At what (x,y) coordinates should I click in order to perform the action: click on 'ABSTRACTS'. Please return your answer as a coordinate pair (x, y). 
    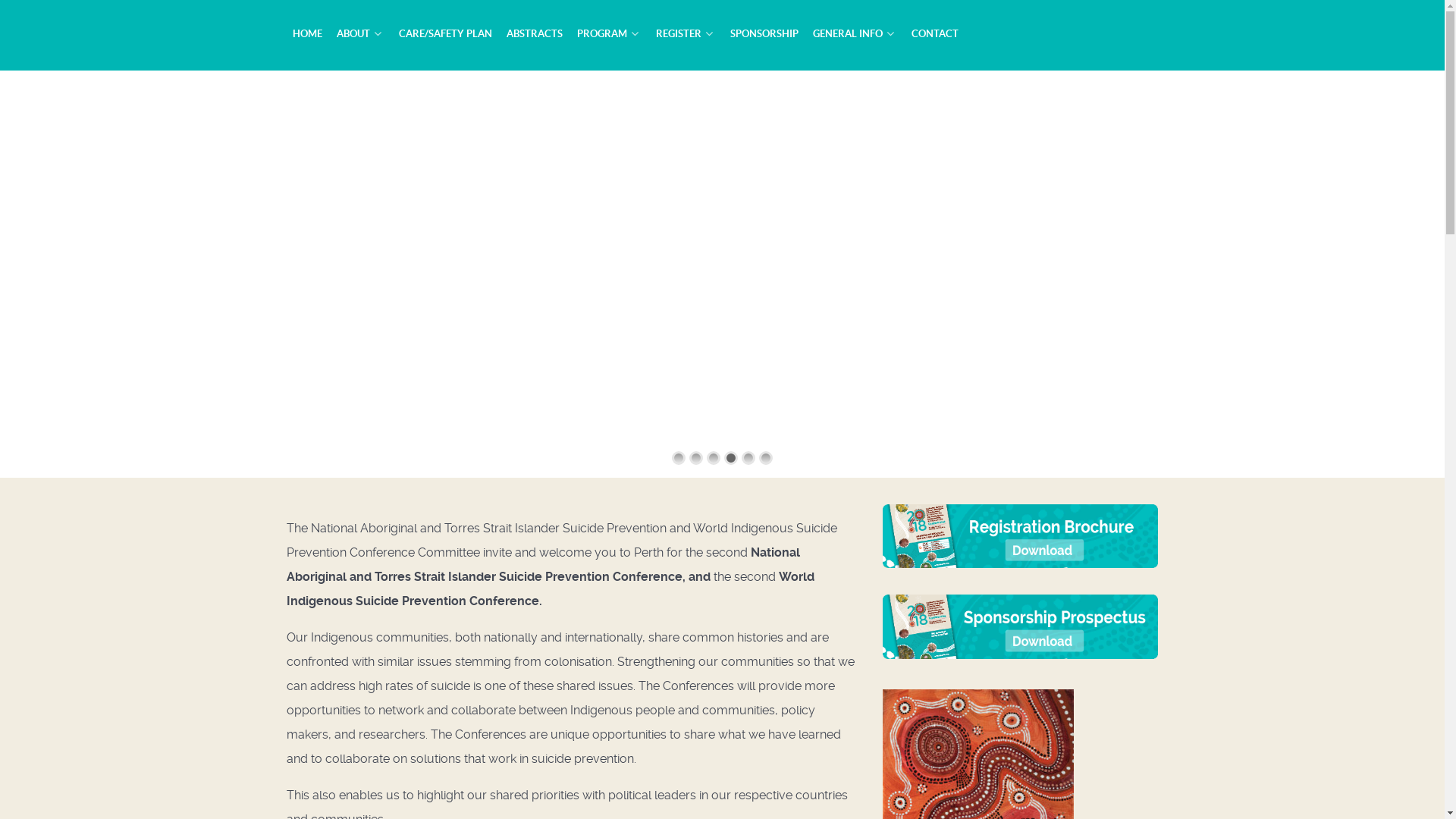
    Looking at the image, I should click on (535, 33).